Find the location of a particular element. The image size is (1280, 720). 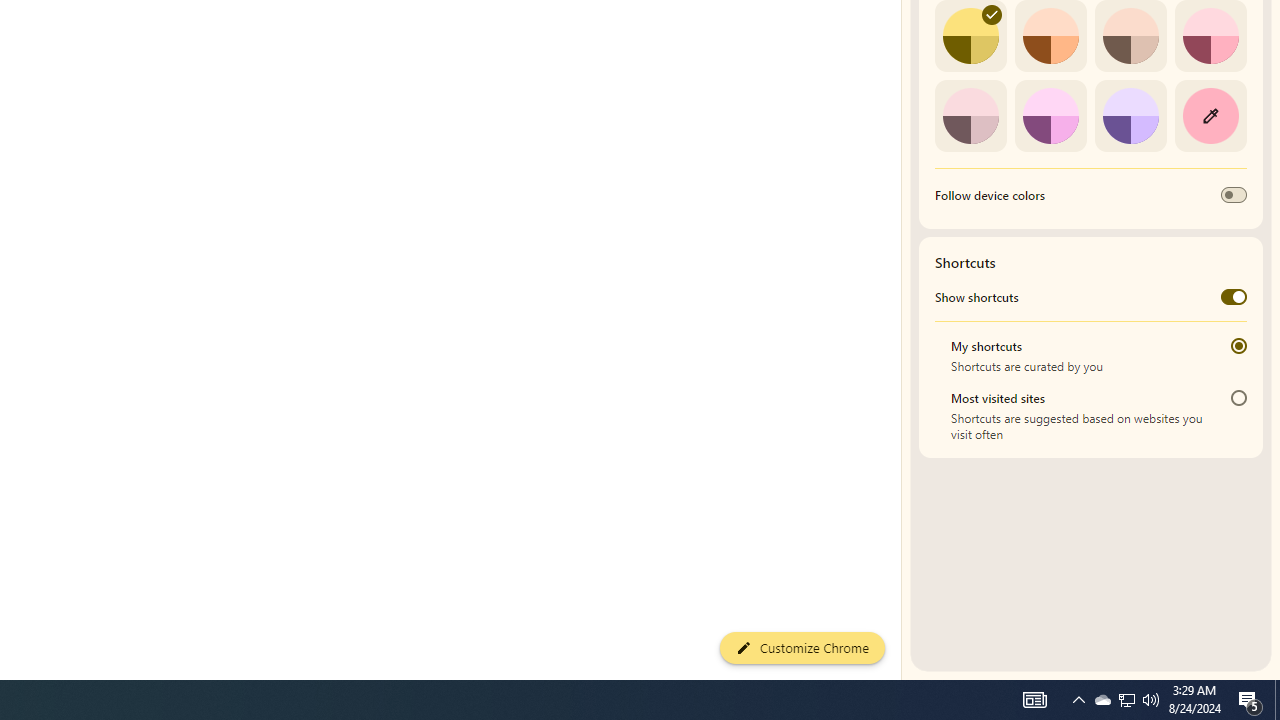

'Rose' is located at coordinates (1209, 36).